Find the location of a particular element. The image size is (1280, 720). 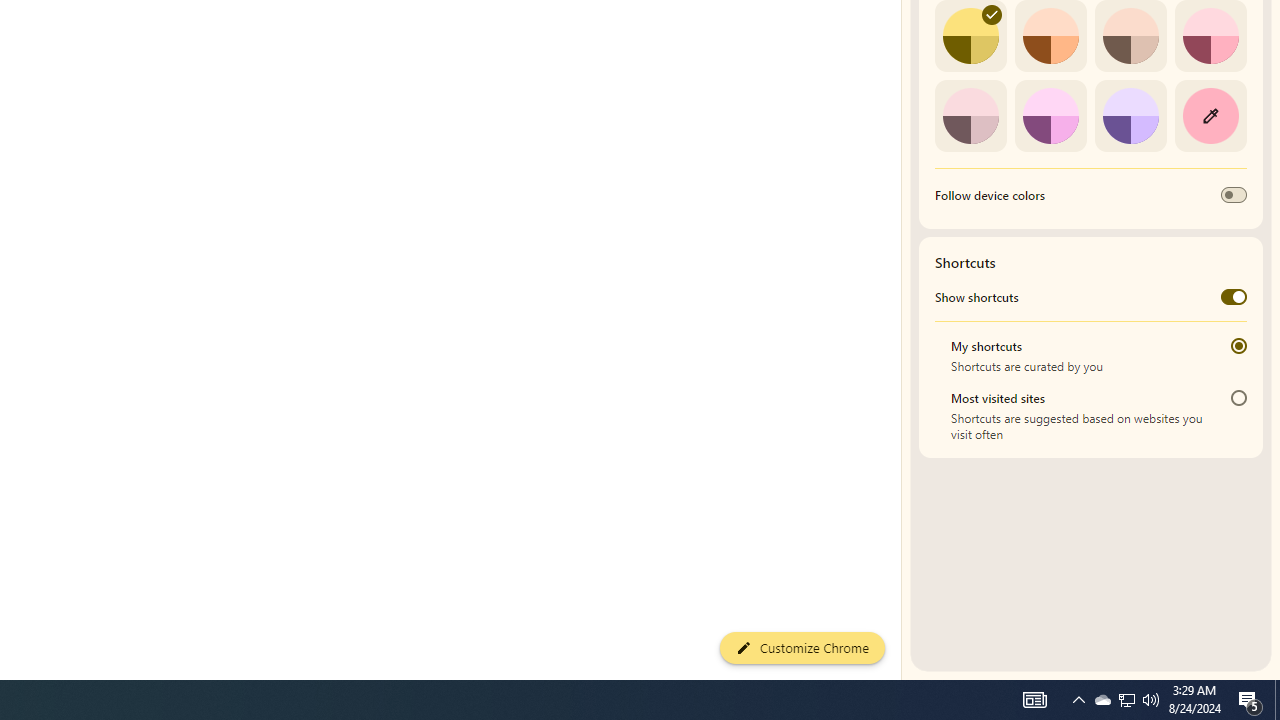

'Rose' is located at coordinates (1209, 36).